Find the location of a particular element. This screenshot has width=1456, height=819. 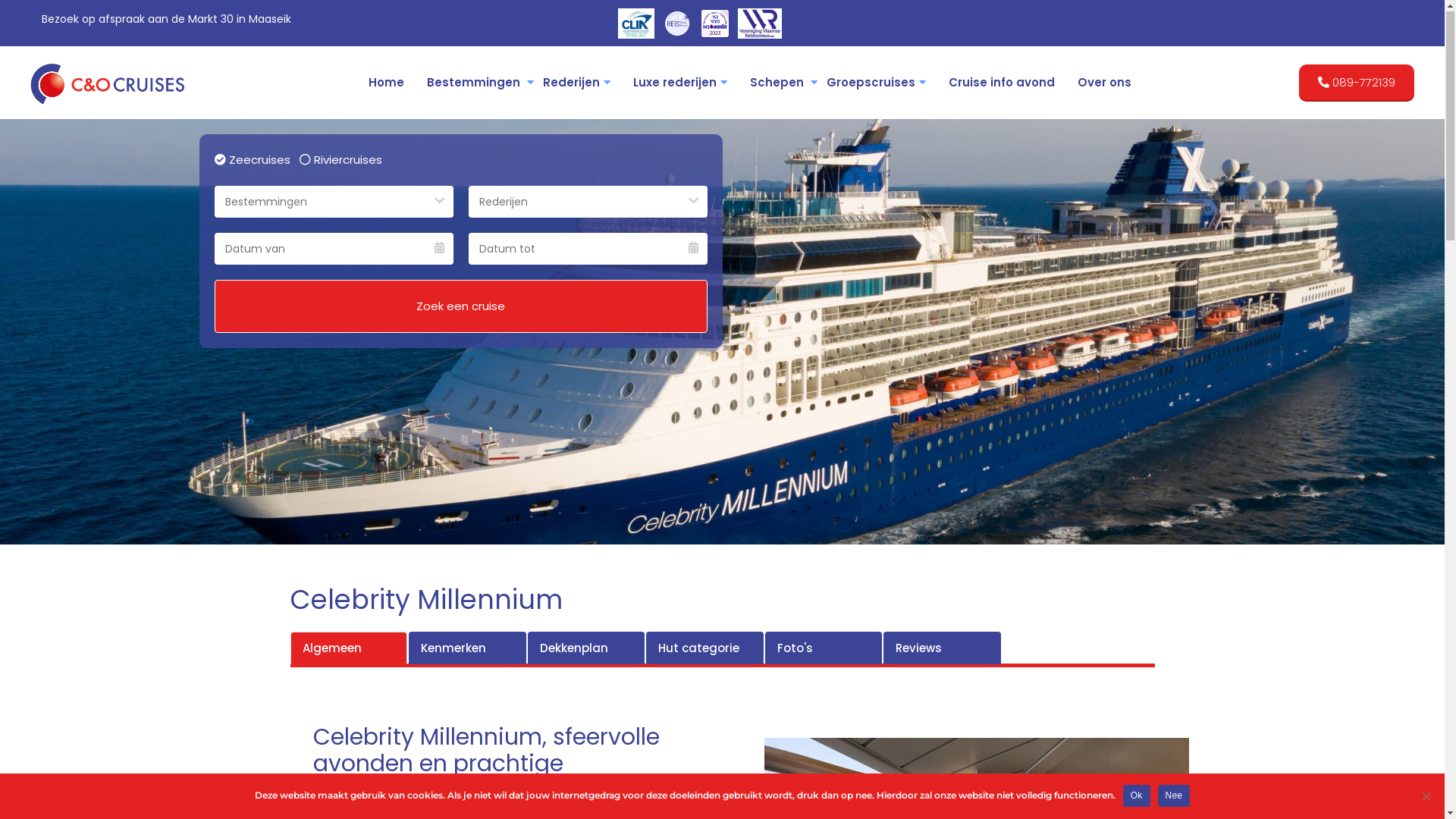

'Luxe rederijen' is located at coordinates (679, 83).